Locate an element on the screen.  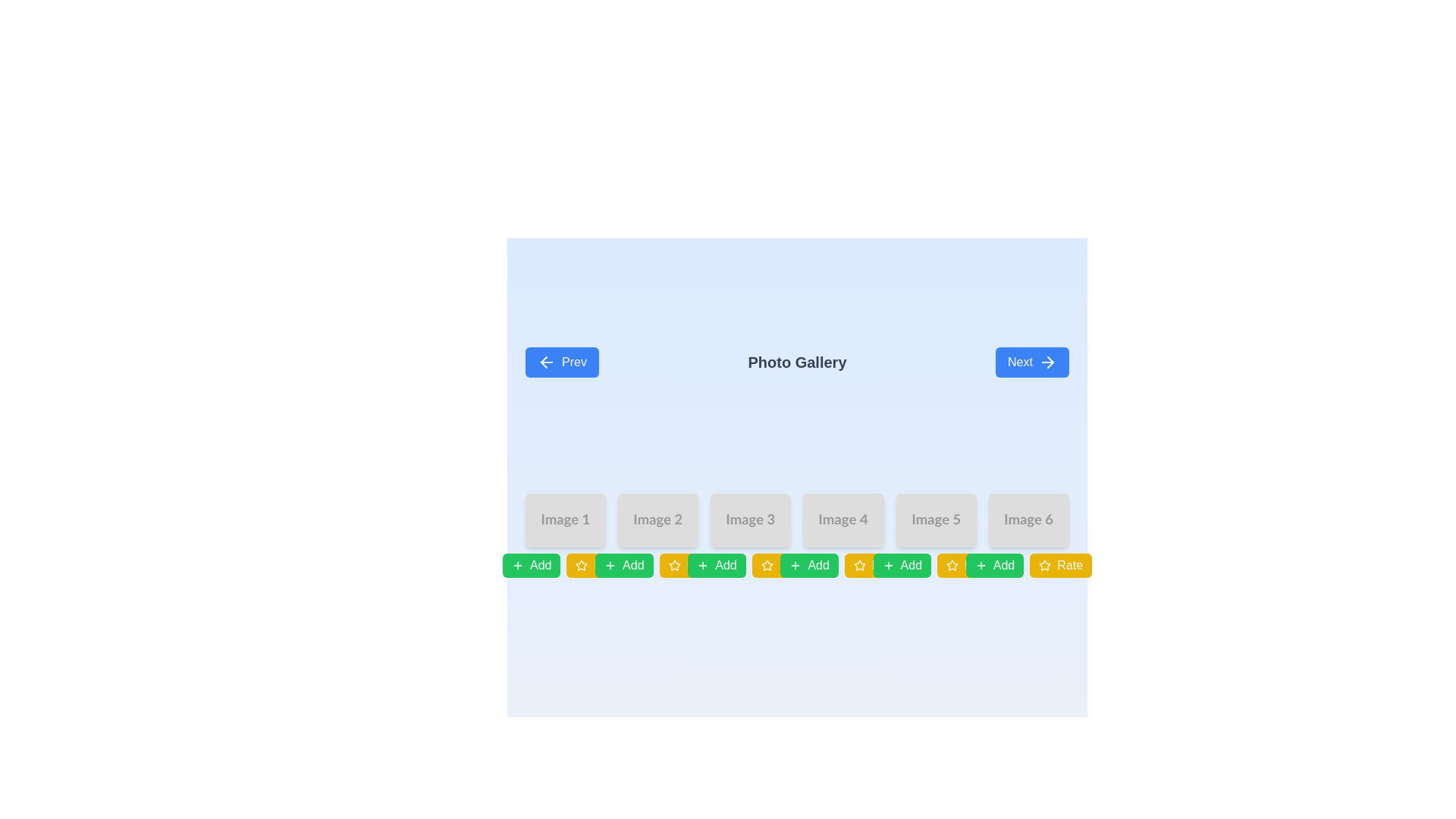
the 'Add' button with a green background, rounded corners, and white text is located at coordinates (808, 565).